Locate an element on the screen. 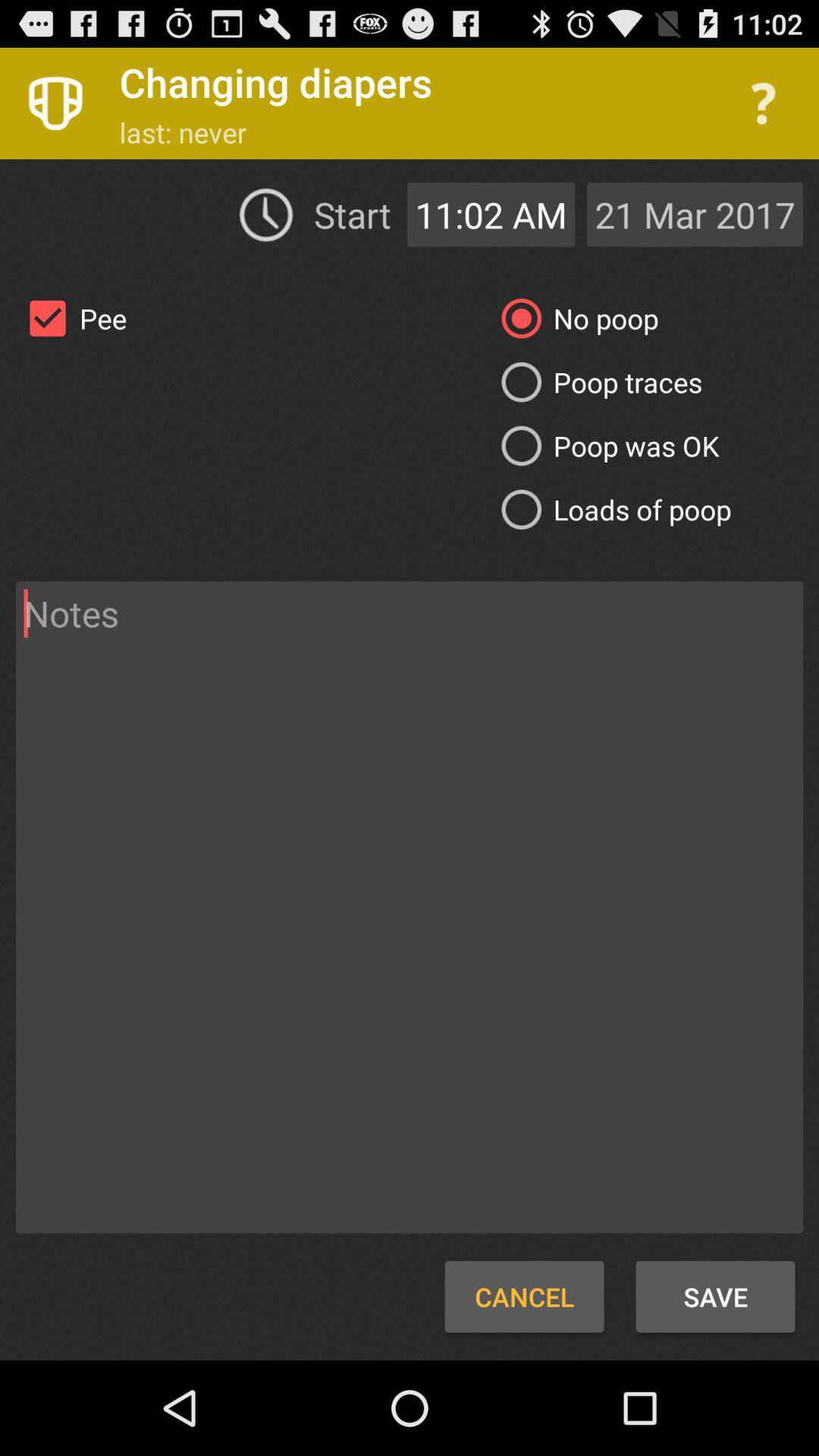 The height and width of the screenshot is (1456, 819). icon below the poop traces is located at coordinates (604, 445).